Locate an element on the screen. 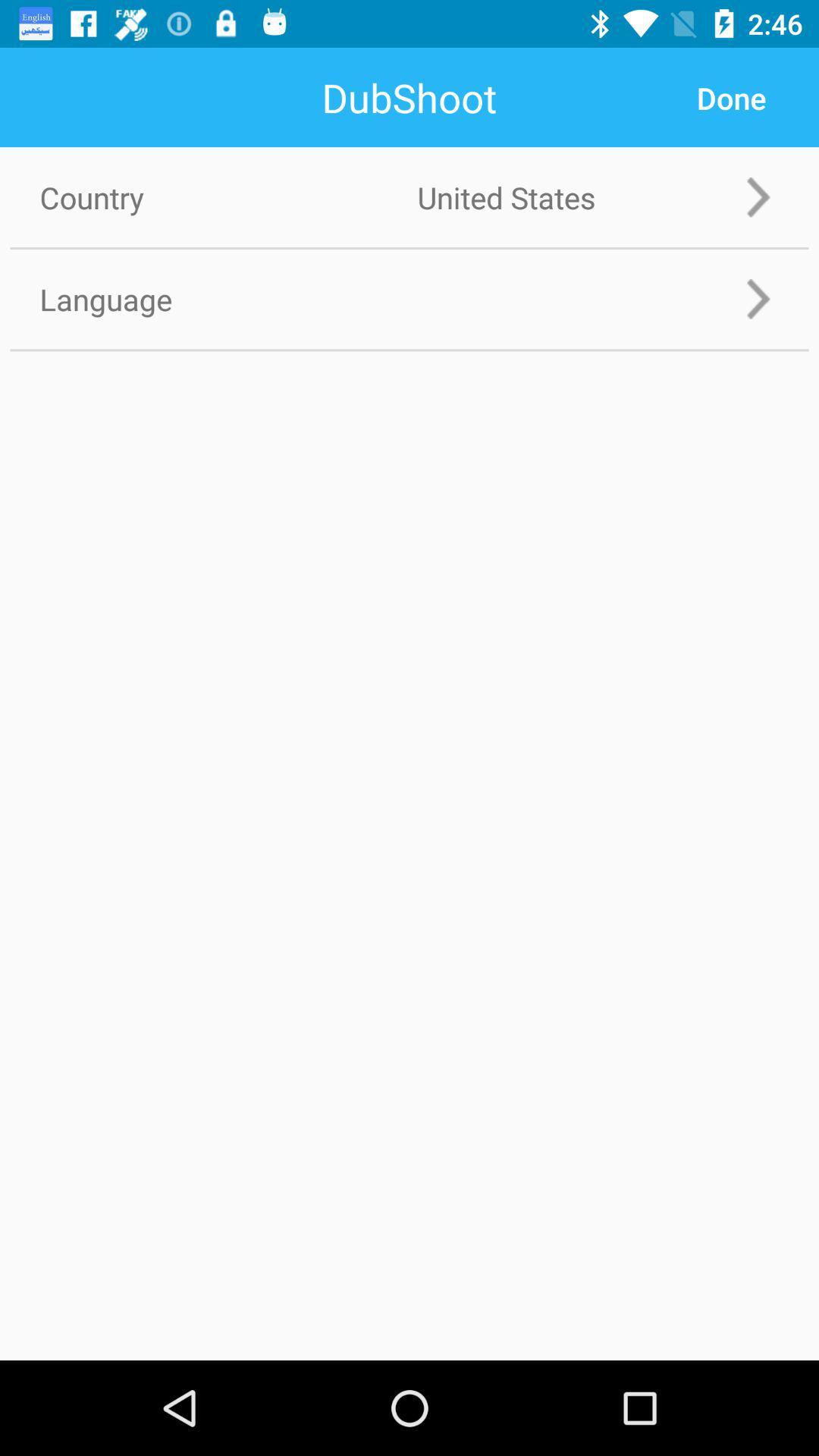  the icon above the united states app is located at coordinates (730, 97).